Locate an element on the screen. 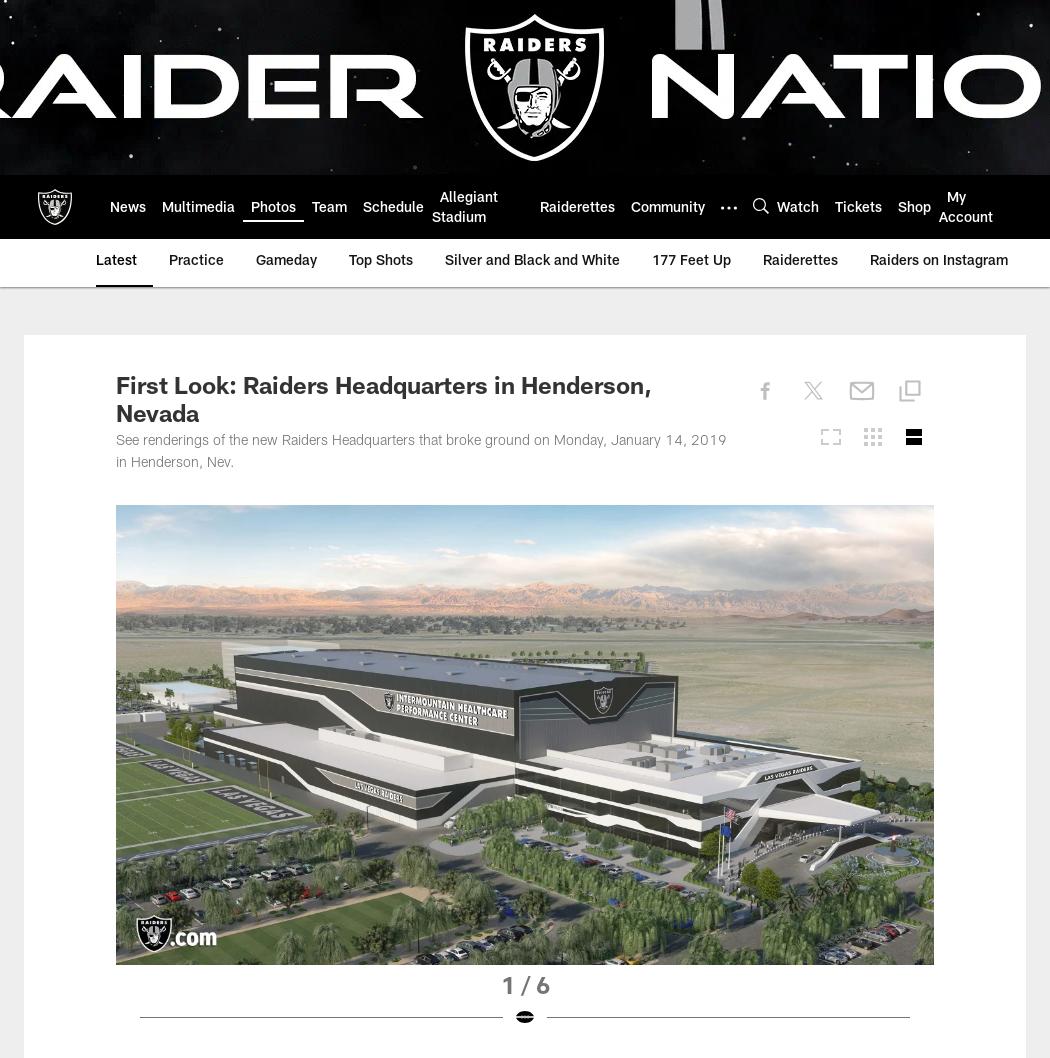 The image size is (1050, 1058). 'Fans' is located at coordinates (276, 205).